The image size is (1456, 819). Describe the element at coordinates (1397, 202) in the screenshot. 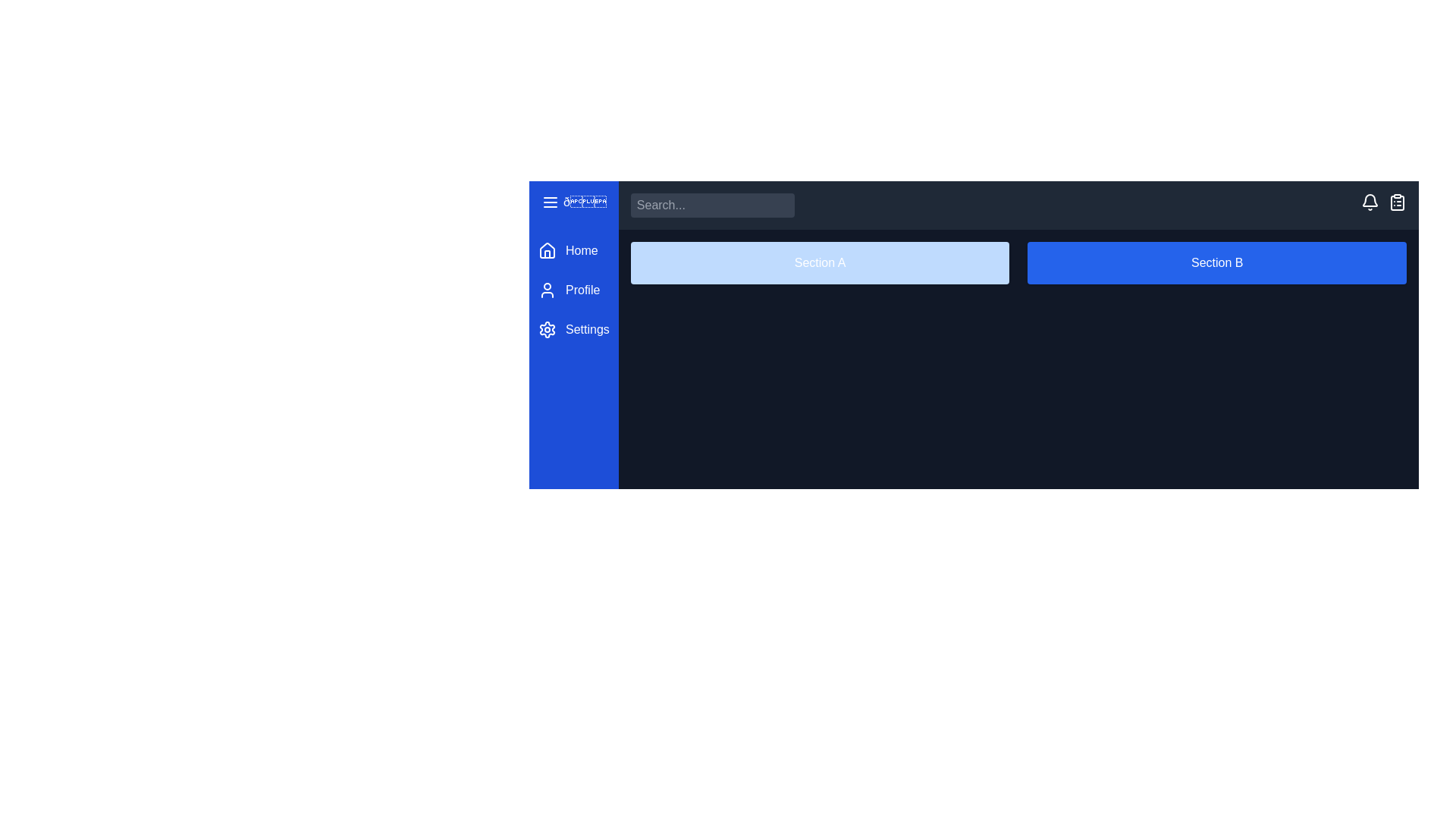

I see `the clipboard icon located in the top-right corner of the interface, which features a simplistic design with a rectangular shape and a clip at the top` at that location.